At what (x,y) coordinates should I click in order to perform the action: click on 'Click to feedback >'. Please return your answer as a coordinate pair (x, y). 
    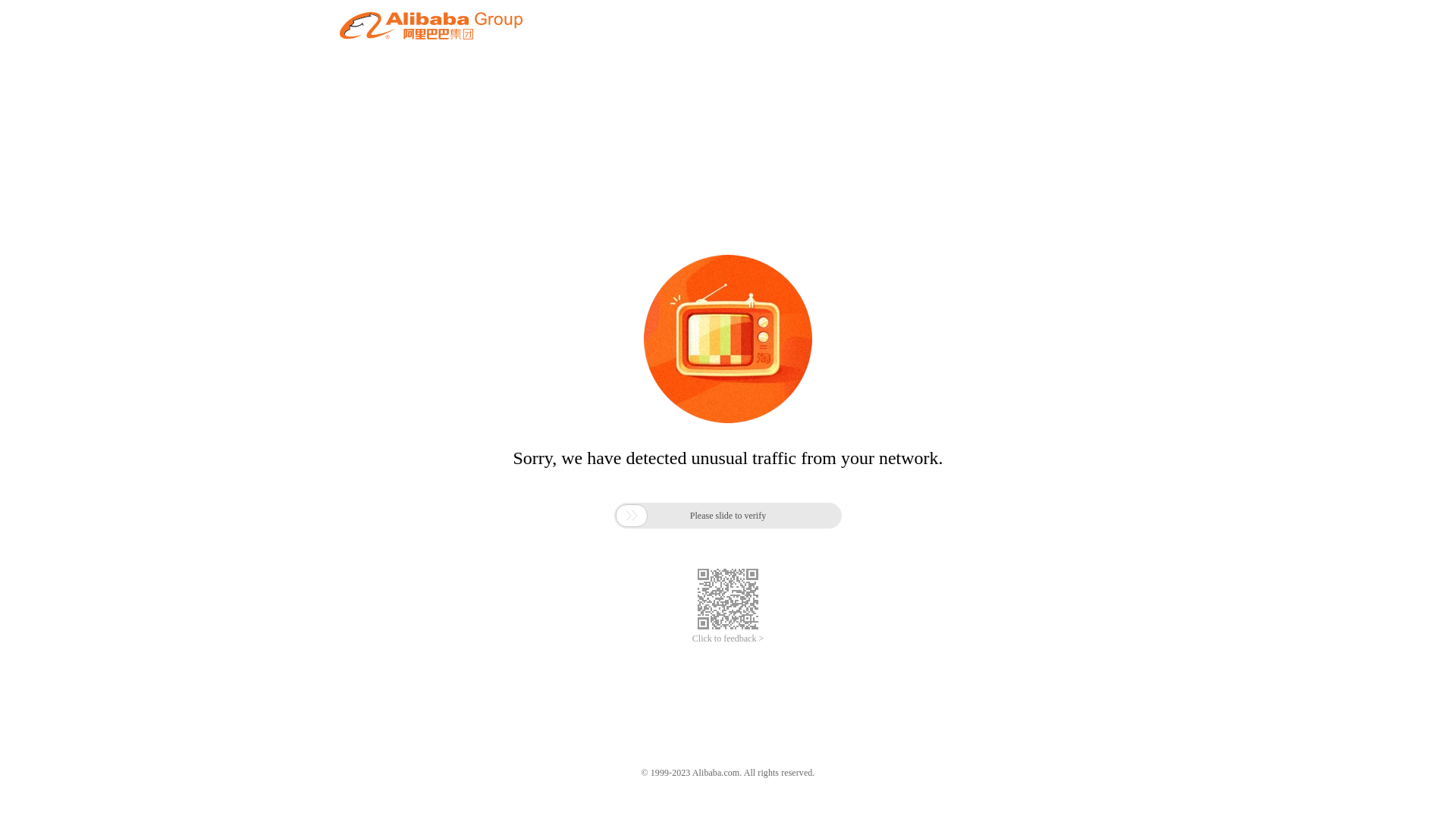
    Looking at the image, I should click on (691, 639).